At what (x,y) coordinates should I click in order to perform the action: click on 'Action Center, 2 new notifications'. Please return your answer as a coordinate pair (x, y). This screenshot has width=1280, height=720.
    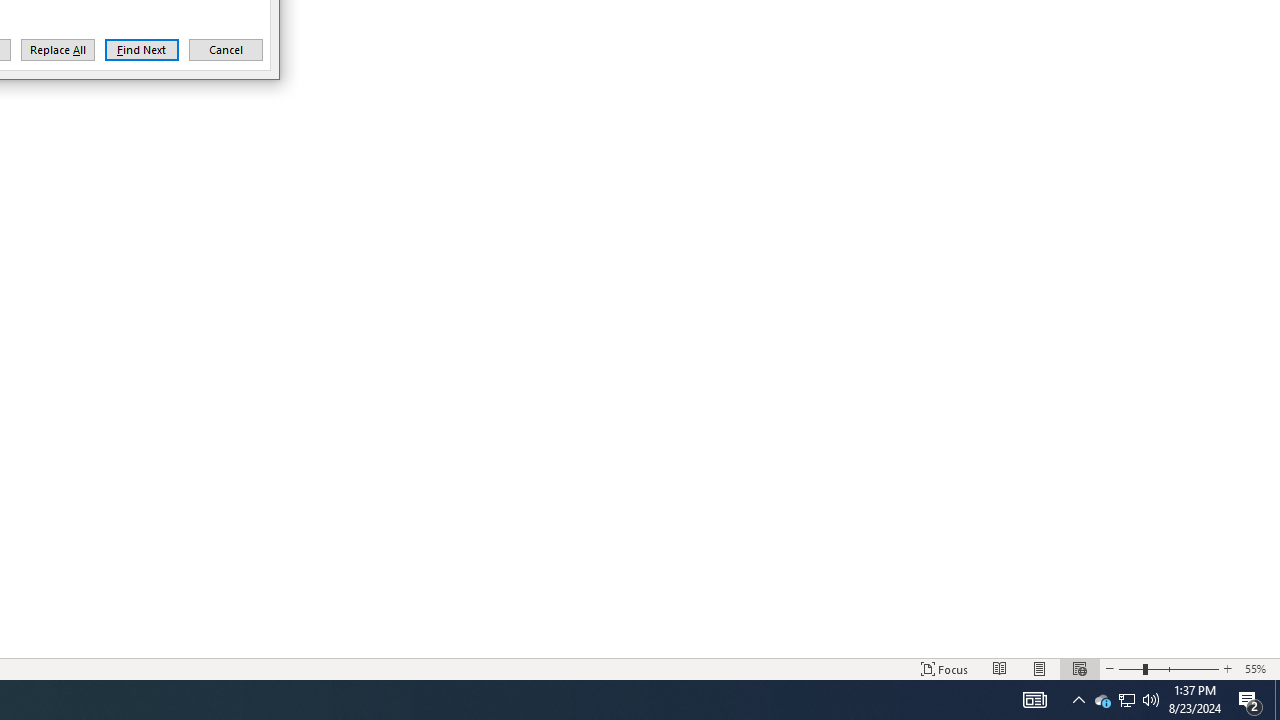
    Looking at the image, I should click on (1250, 698).